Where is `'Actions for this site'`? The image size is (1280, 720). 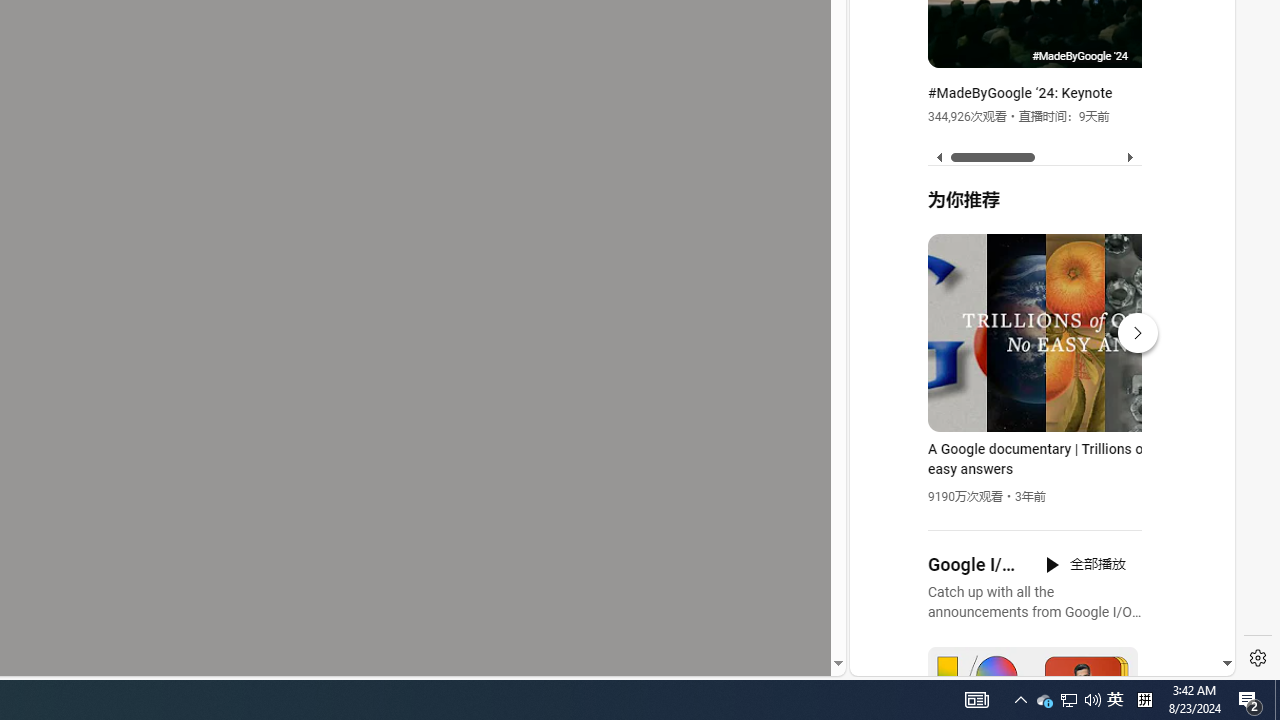 'Actions for this site' is located at coordinates (1131, 442).